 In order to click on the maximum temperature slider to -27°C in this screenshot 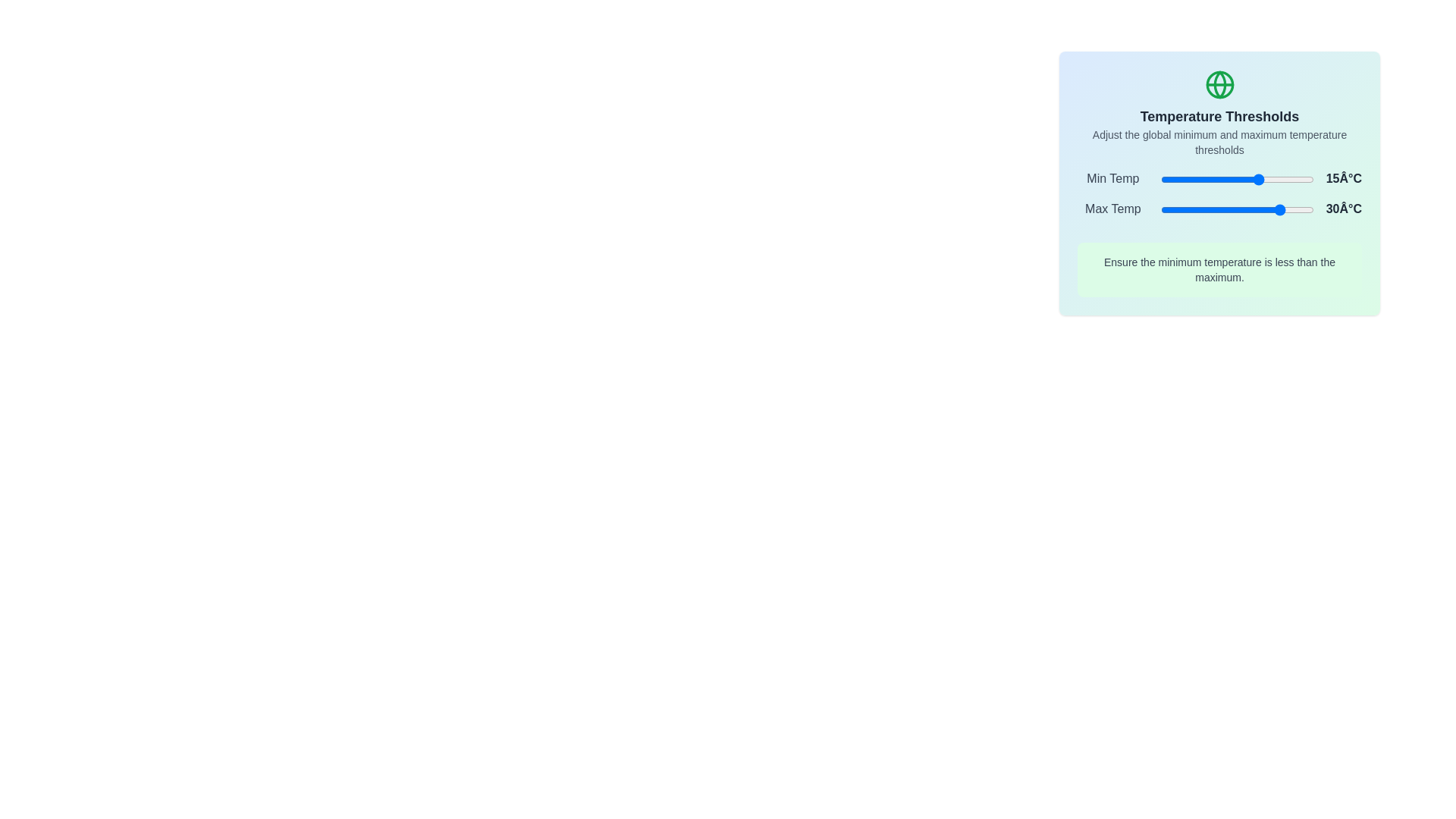, I will do `click(1195, 210)`.